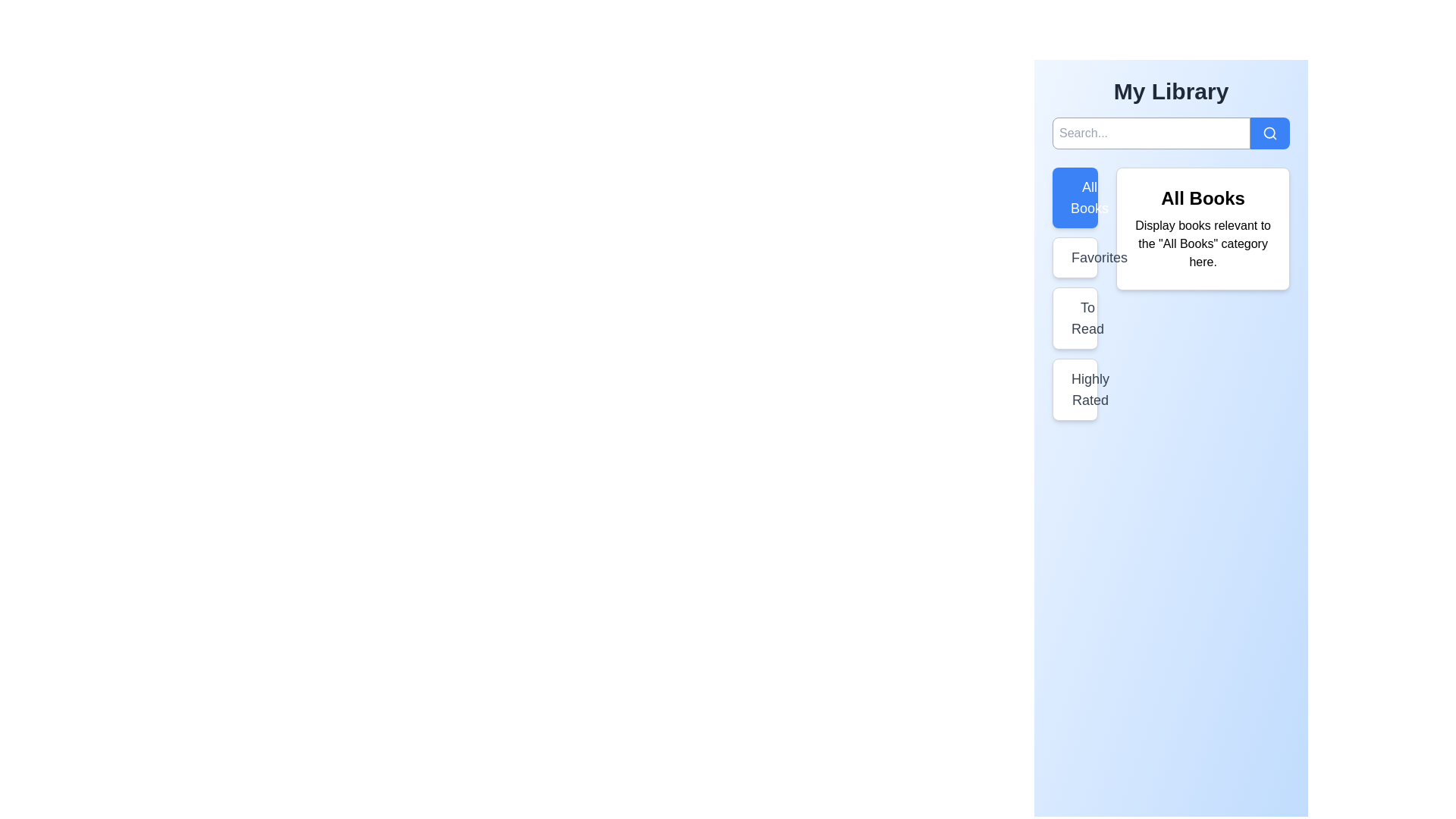  I want to click on the 'Favorites' button, which is styled with a white background and gray text, located in the left-side panel under 'My Library', so click(1075, 256).